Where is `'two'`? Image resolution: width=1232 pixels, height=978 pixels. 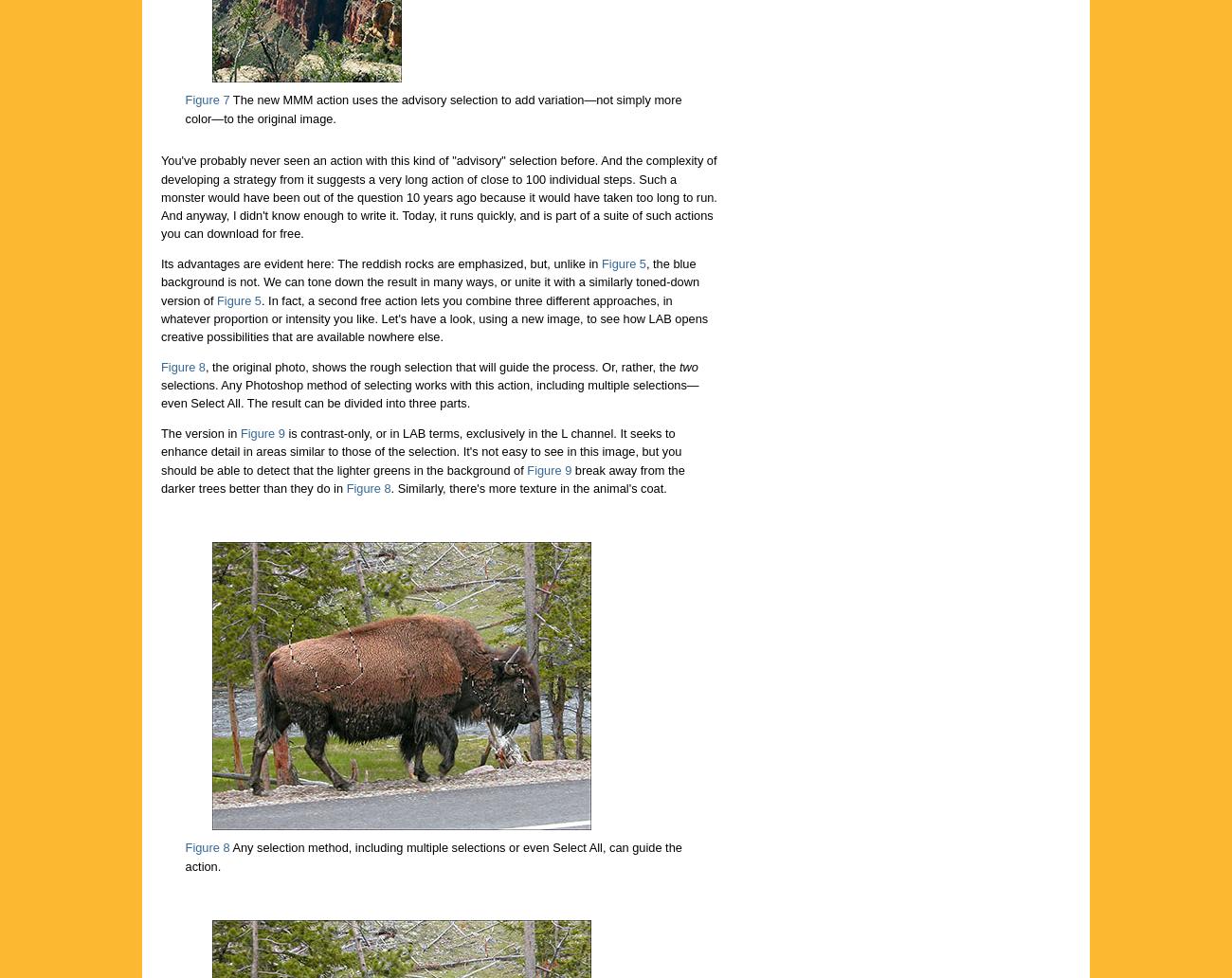 'two' is located at coordinates (688, 366).